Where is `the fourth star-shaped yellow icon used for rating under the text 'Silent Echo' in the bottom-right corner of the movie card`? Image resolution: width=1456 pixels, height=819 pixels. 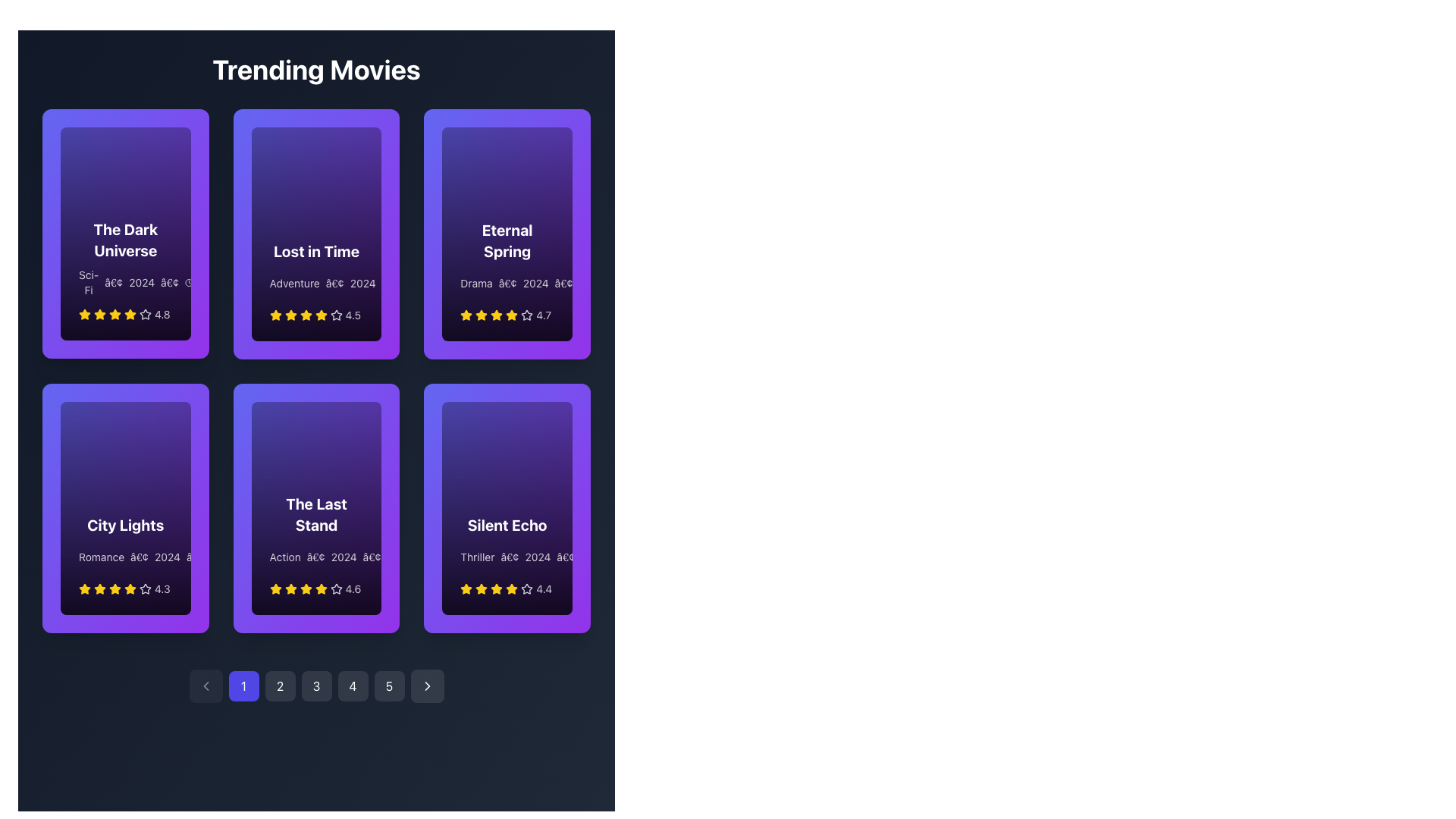
the fourth star-shaped yellow icon used for rating under the text 'Silent Echo' in the bottom-right corner of the movie card is located at coordinates (497, 588).